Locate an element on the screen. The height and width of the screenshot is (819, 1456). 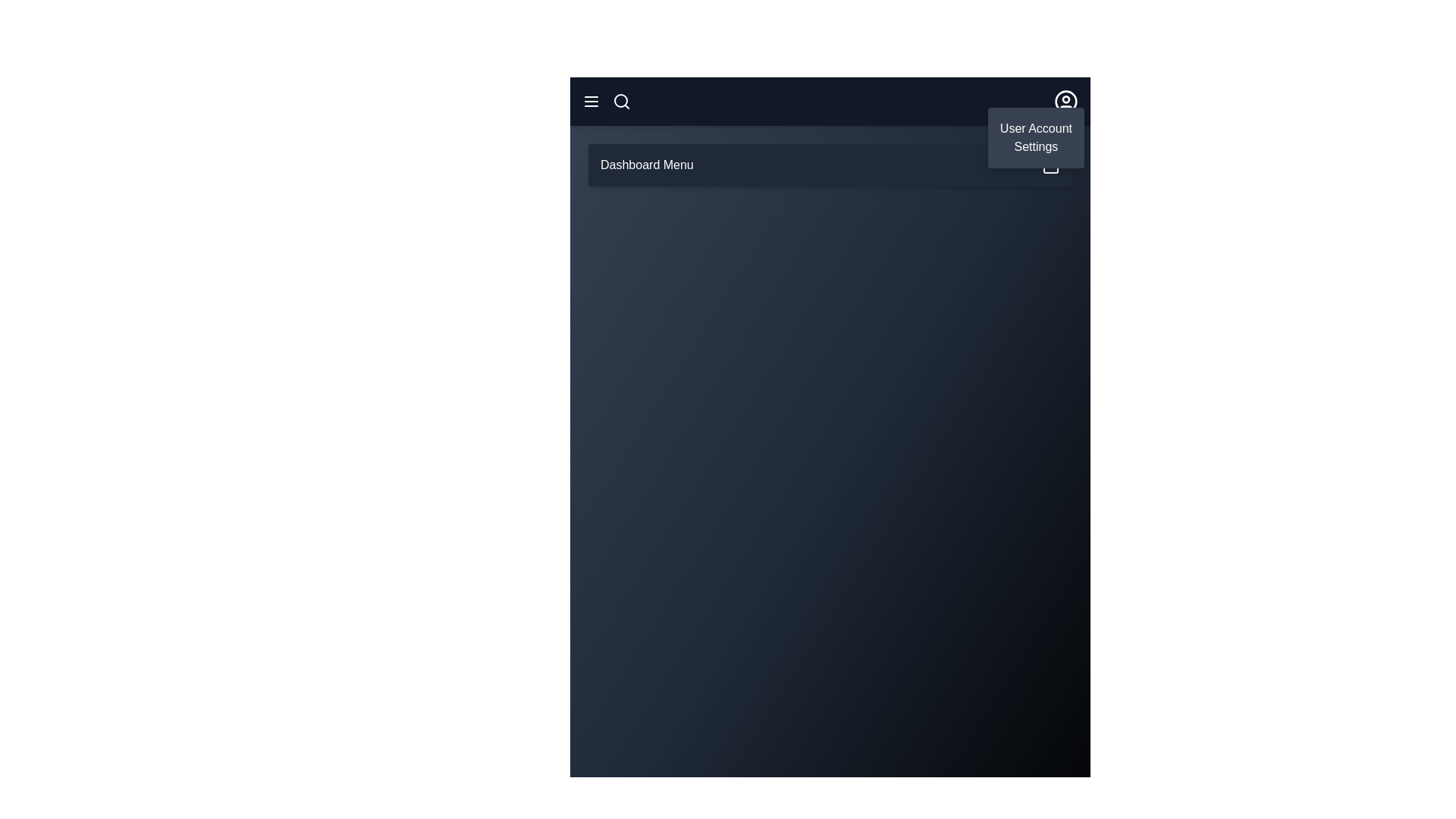
user icon to toggle the user menu is located at coordinates (1065, 102).